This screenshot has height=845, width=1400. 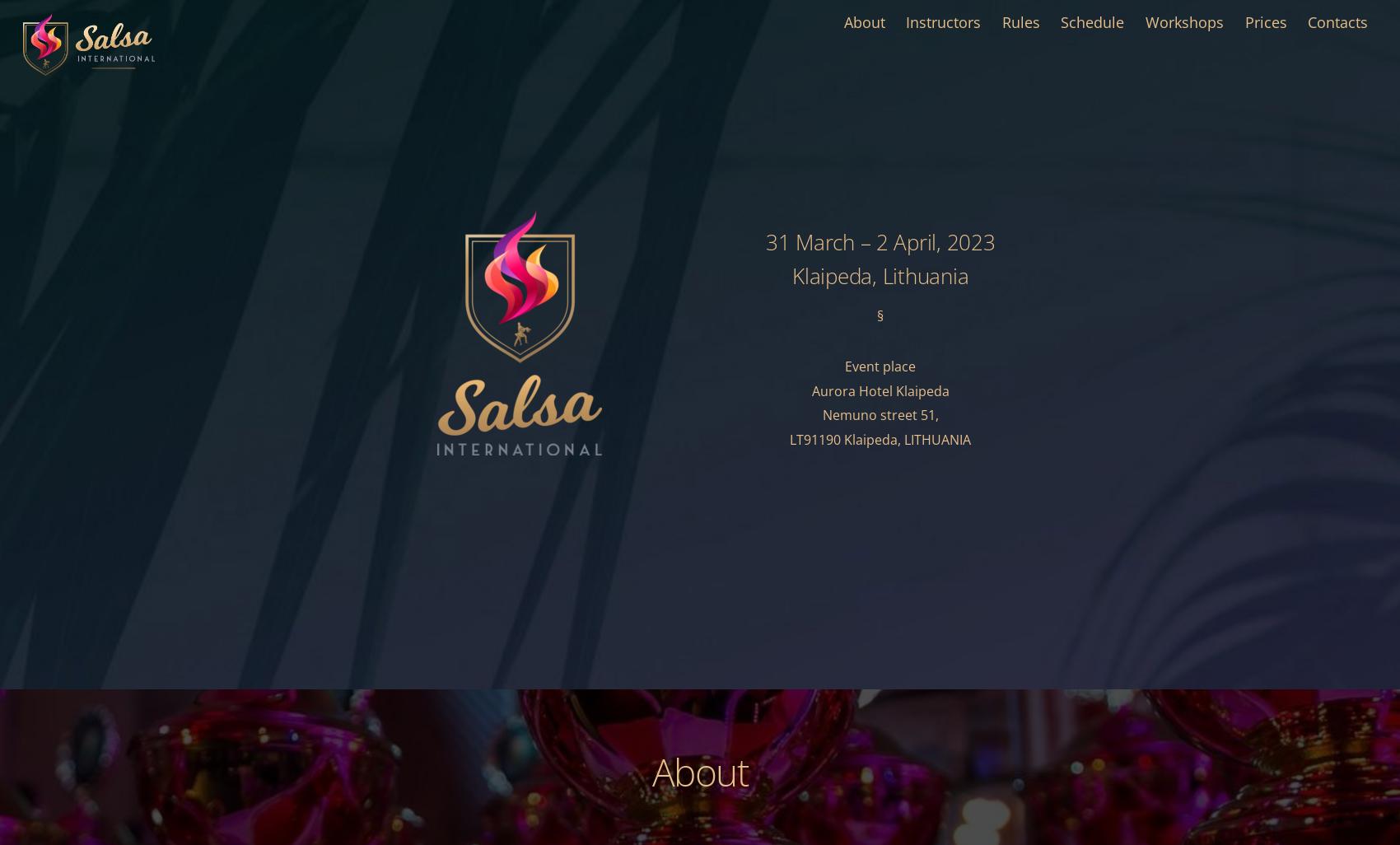 What do you see at coordinates (943, 21) in the screenshot?
I see `'Instructors'` at bounding box center [943, 21].